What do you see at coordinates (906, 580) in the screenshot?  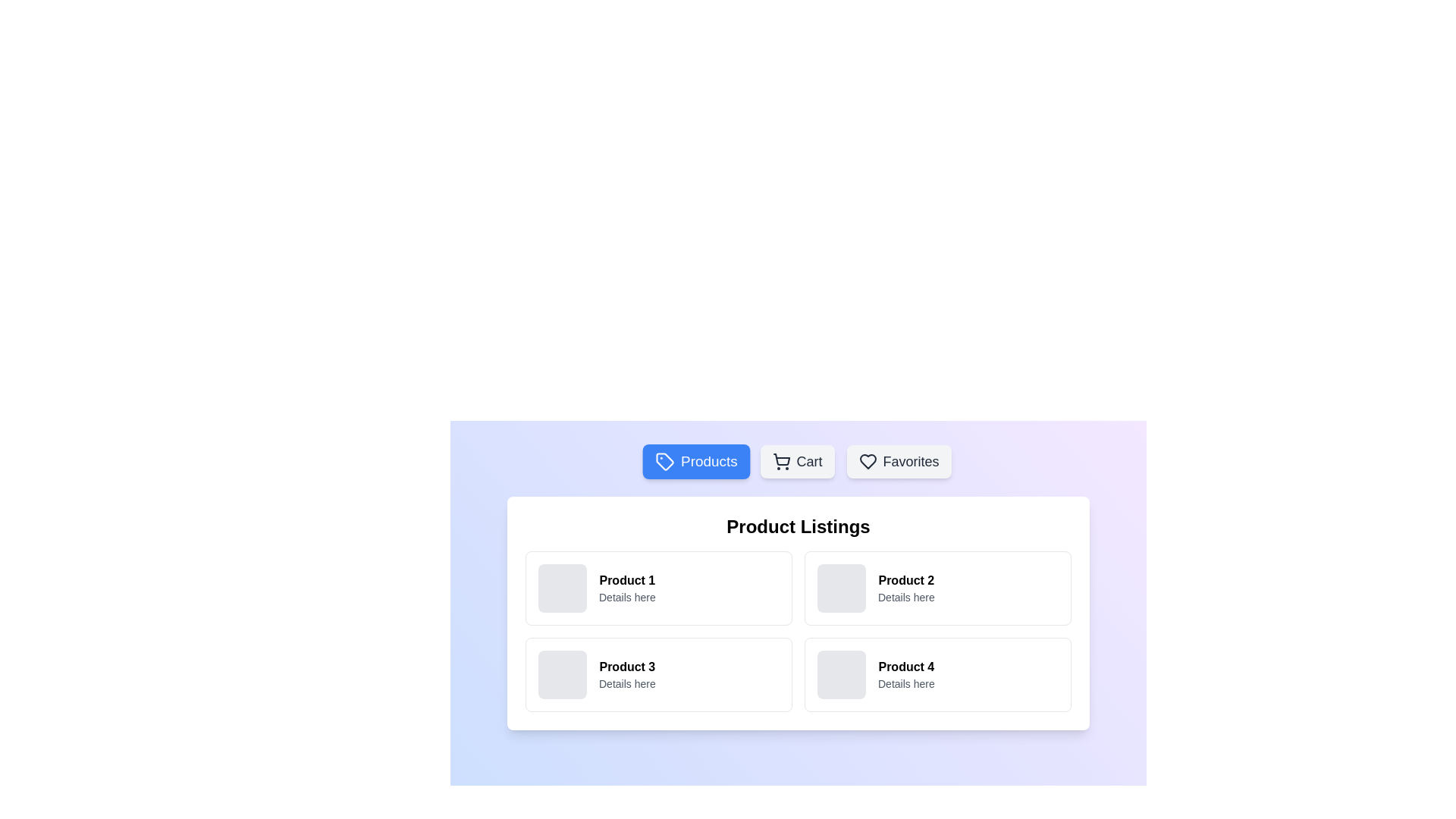 I see `the title text label of the product card located in the second column of the first row in the 'Product Listings' grid, which is positioned above 'Details here'` at bounding box center [906, 580].